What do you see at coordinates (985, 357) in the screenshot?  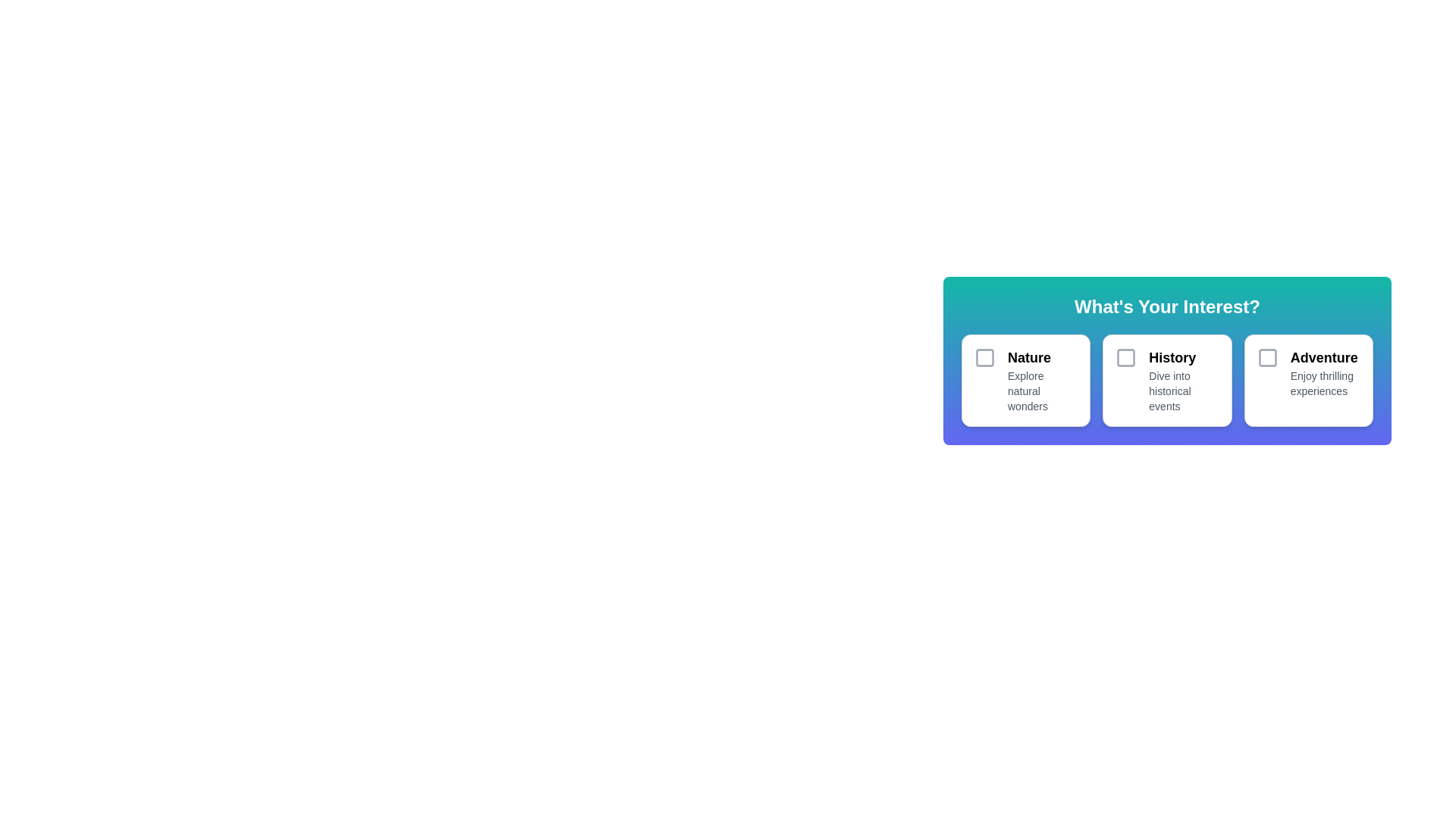 I see `the checkbox located at the top-left corner of the 'Nature' card within the 'What’s Your Interest?' section` at bounding box center [985, 357].